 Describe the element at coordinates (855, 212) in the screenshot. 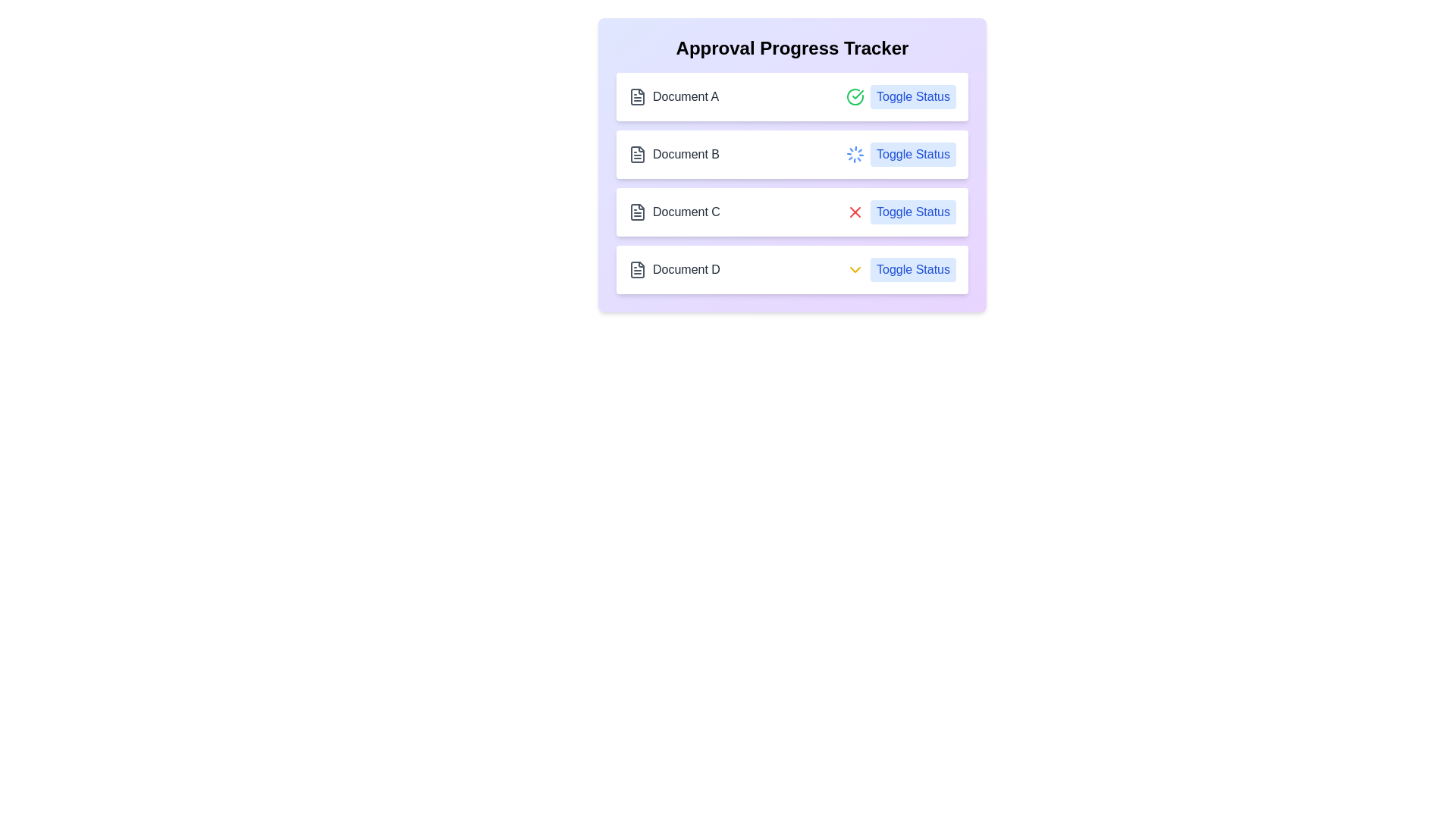

I see `the small red cross icon located to the right of 'Document C' and to the left of the 'Toggle Status' button` at that location.